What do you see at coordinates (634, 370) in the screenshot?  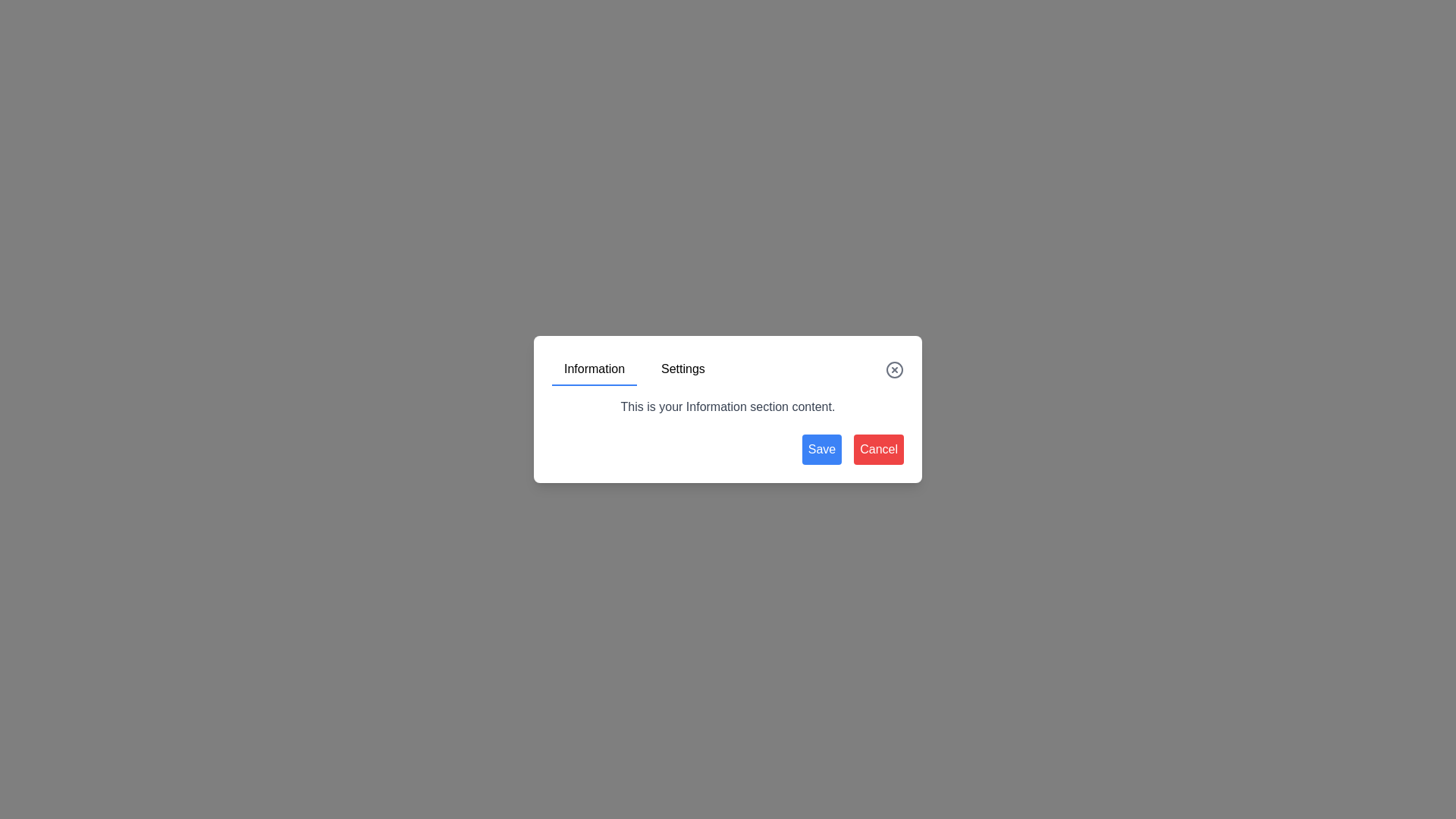 I see `the 'Information' tab in the tabbed navigation bar located at the top-center of the dialog box` at bounding box center [634, 370].